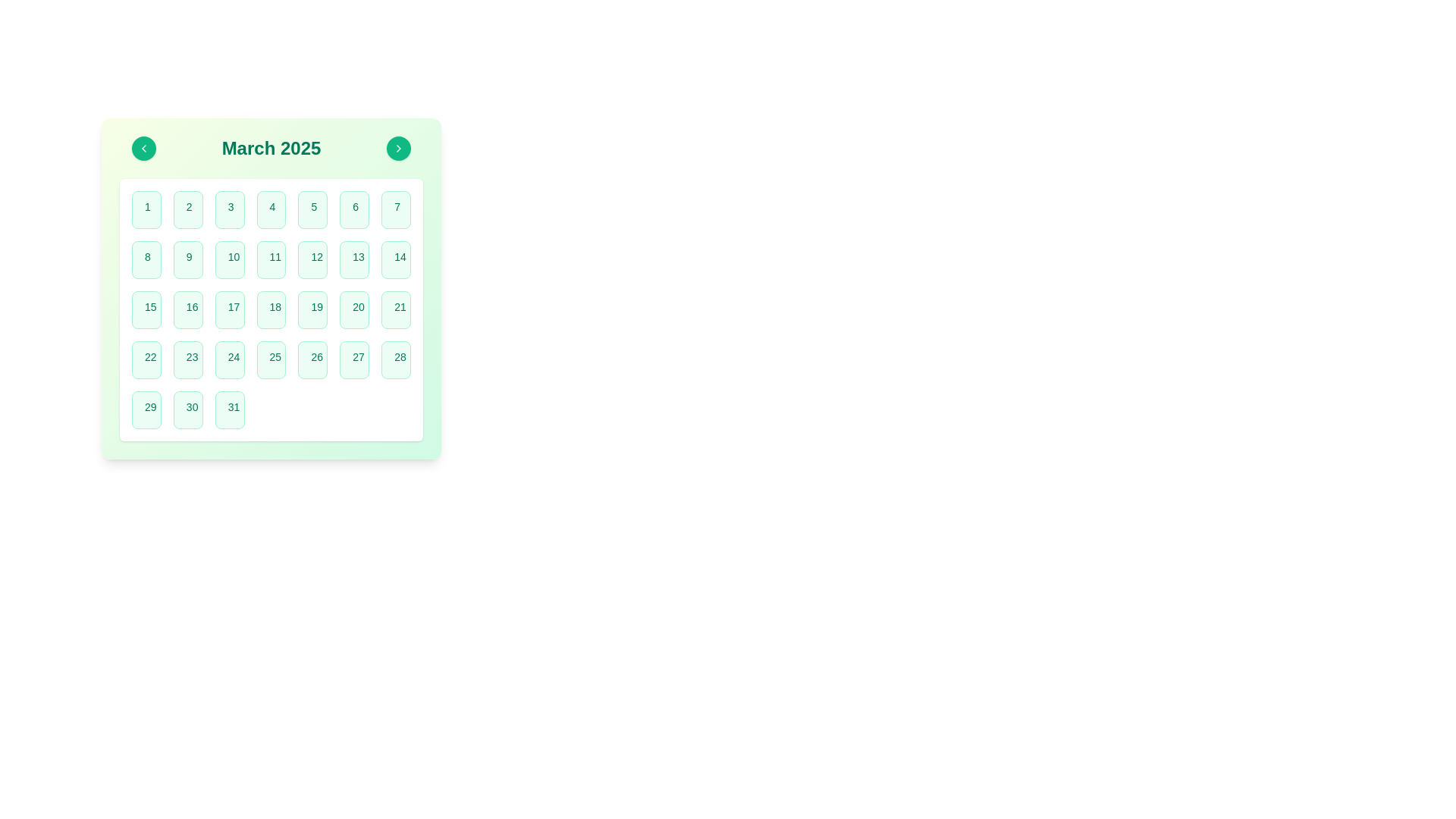  Describe the element at coordinates (191, 406) in the screenshot. I see `text displayed in the text label representing the 30th of March 2025 in the calendar grid, located in the fifth row, second-to-last position` at that location.